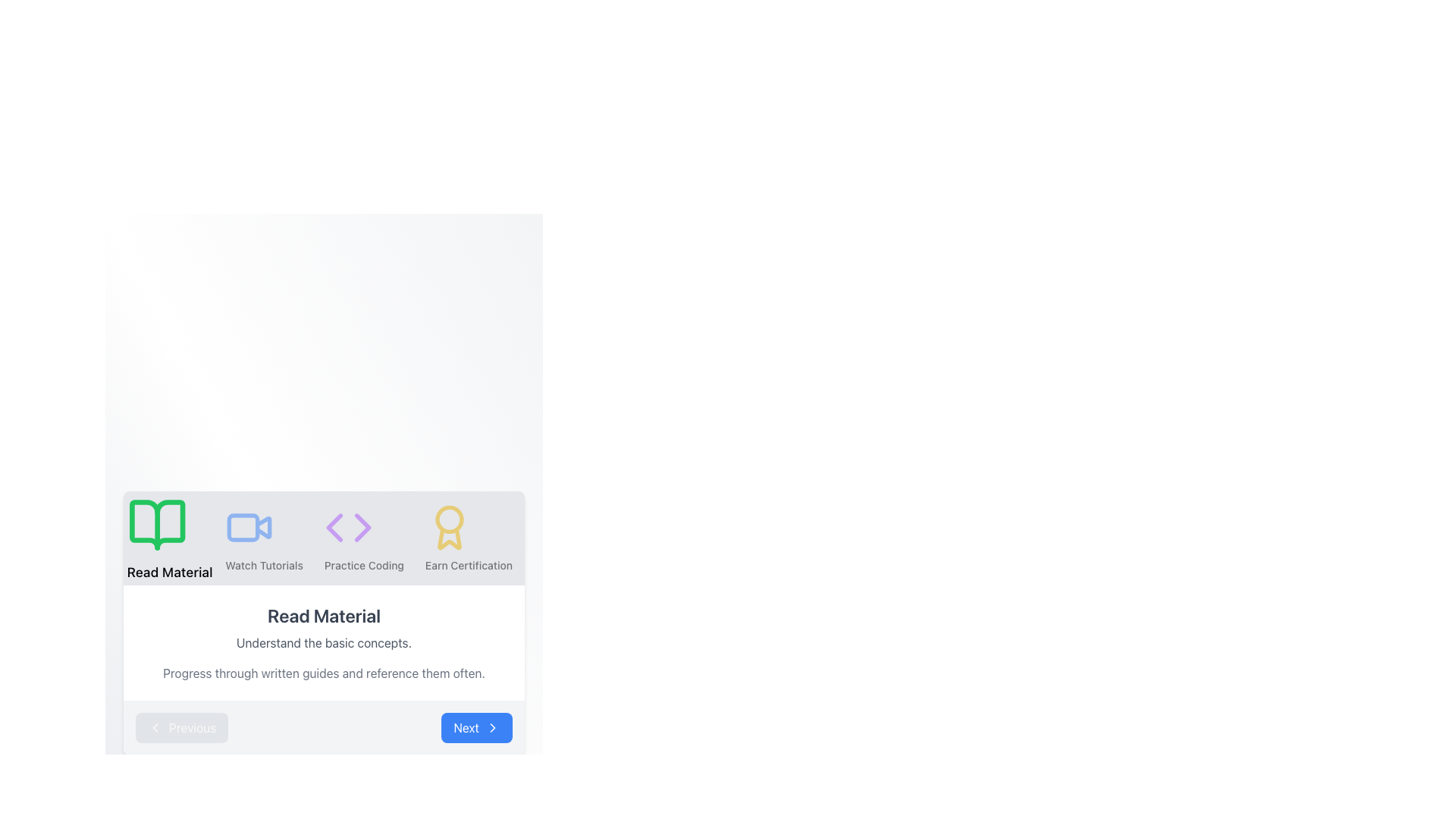  Describe the element at coordinates (264, 565) in the screenshot. I see `the 'Watch Tutorials' text label, which serves as a descriptive label for the associated button above it, located below a video icon and between 'Read Material' and 'Practice Coding'` at that location.